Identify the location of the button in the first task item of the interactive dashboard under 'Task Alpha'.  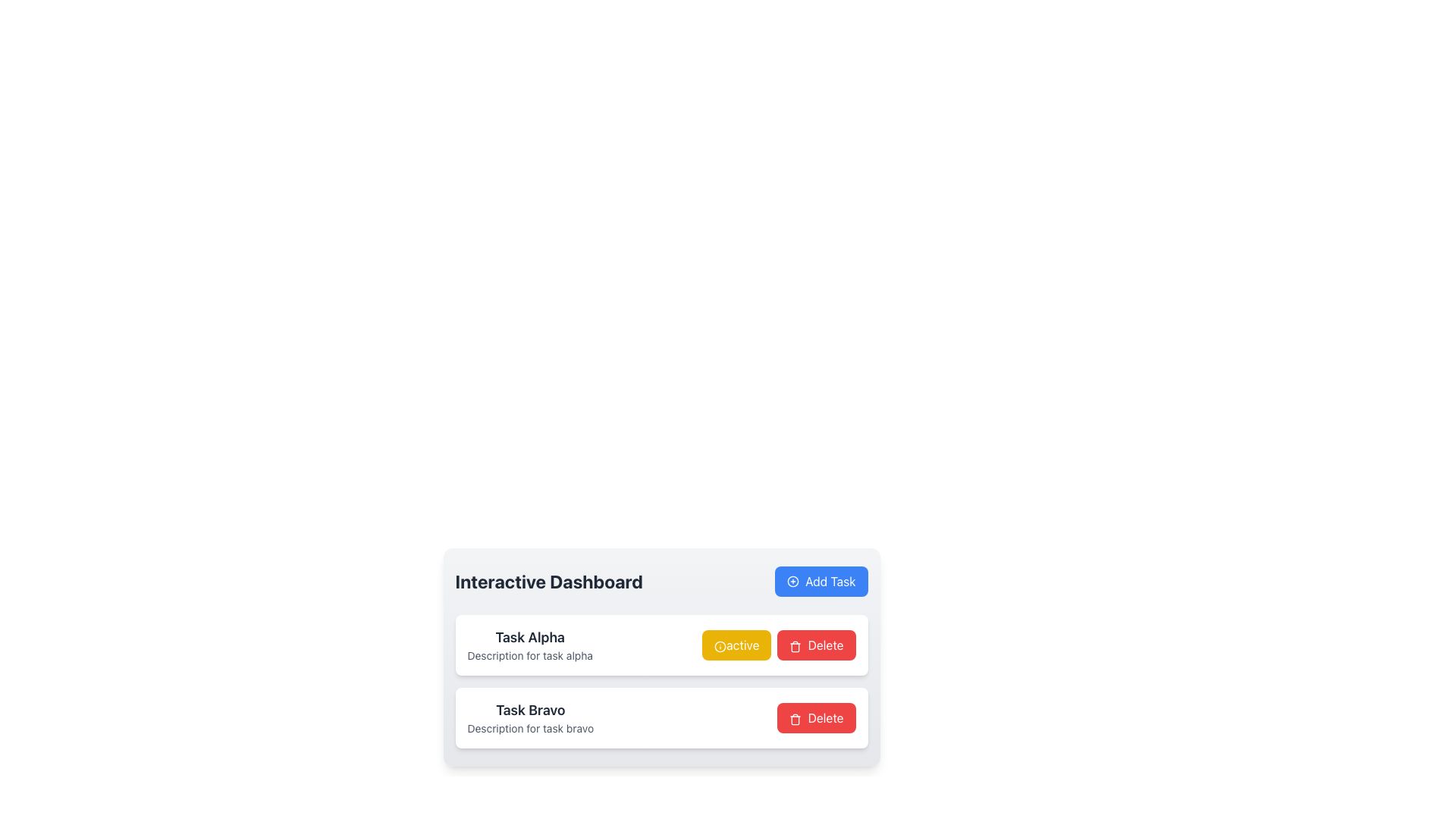
(736, 645).